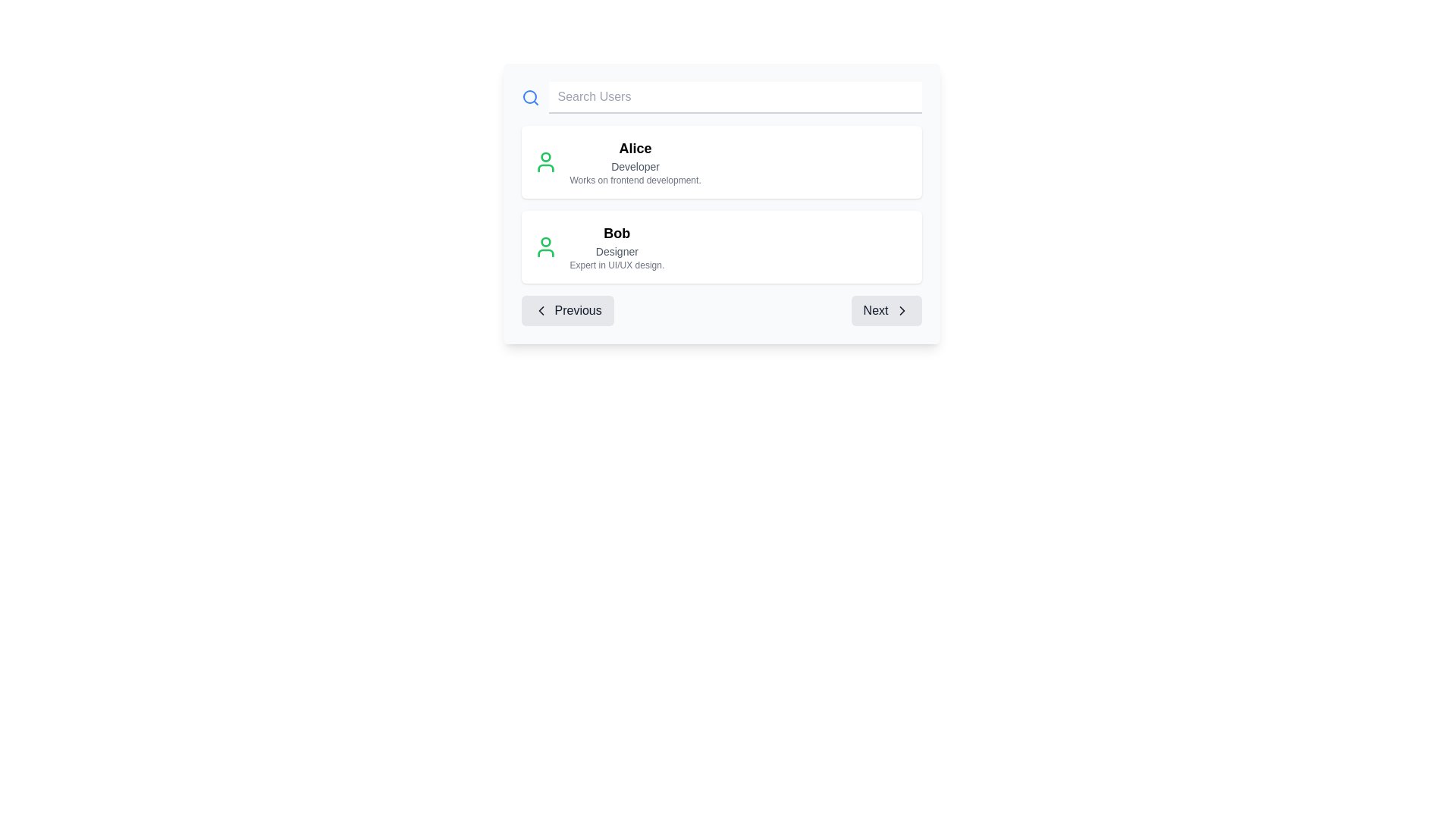 The image size is (1456, 819). Describe the element at coordinates (545, 168) in the screenshot. I see `bottom segment of the user icon for 'Alice' in the search result panel using developer tools` at that location.